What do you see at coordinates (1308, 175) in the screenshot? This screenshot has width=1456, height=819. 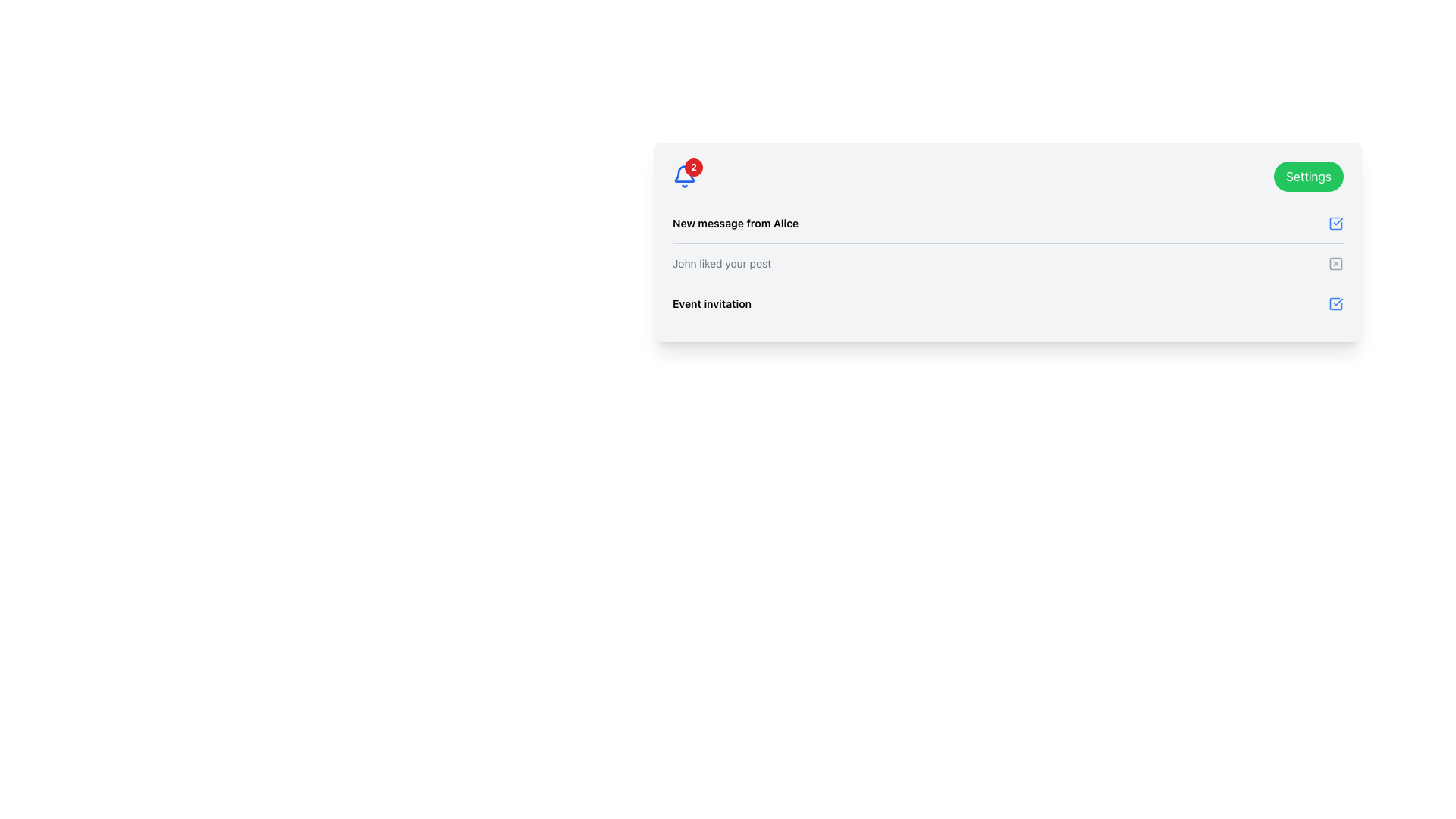 I see `the 'Settings' button, a green button with rounded edges and white text, for keyboard interaction` at bounding box center [1308, 175].